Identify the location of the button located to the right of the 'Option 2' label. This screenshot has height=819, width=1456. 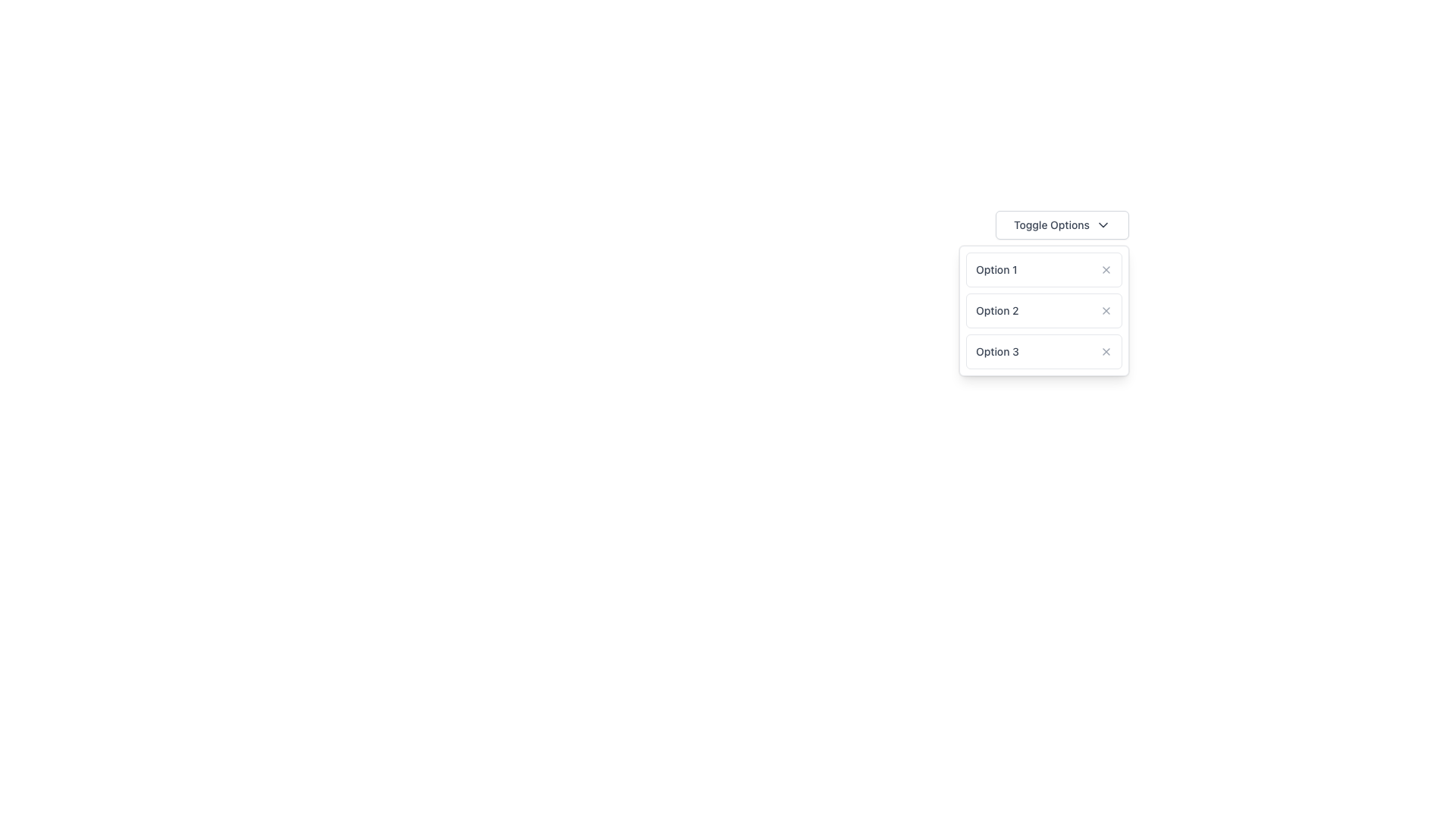
(1106, 309).